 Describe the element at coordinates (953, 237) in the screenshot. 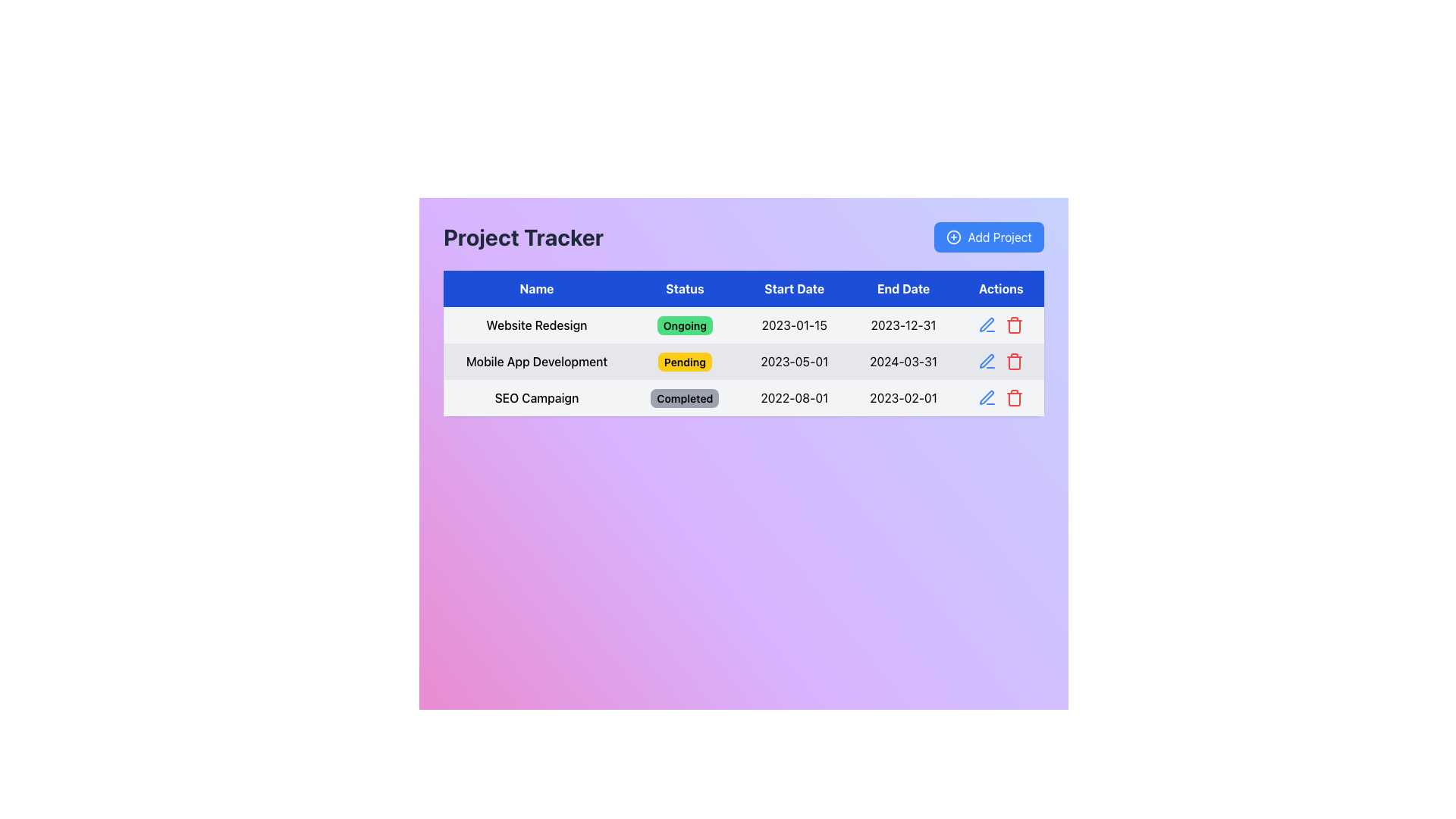

I see `the icon located inside the 'Add Project' button, positioned to the left of the text` at that location.